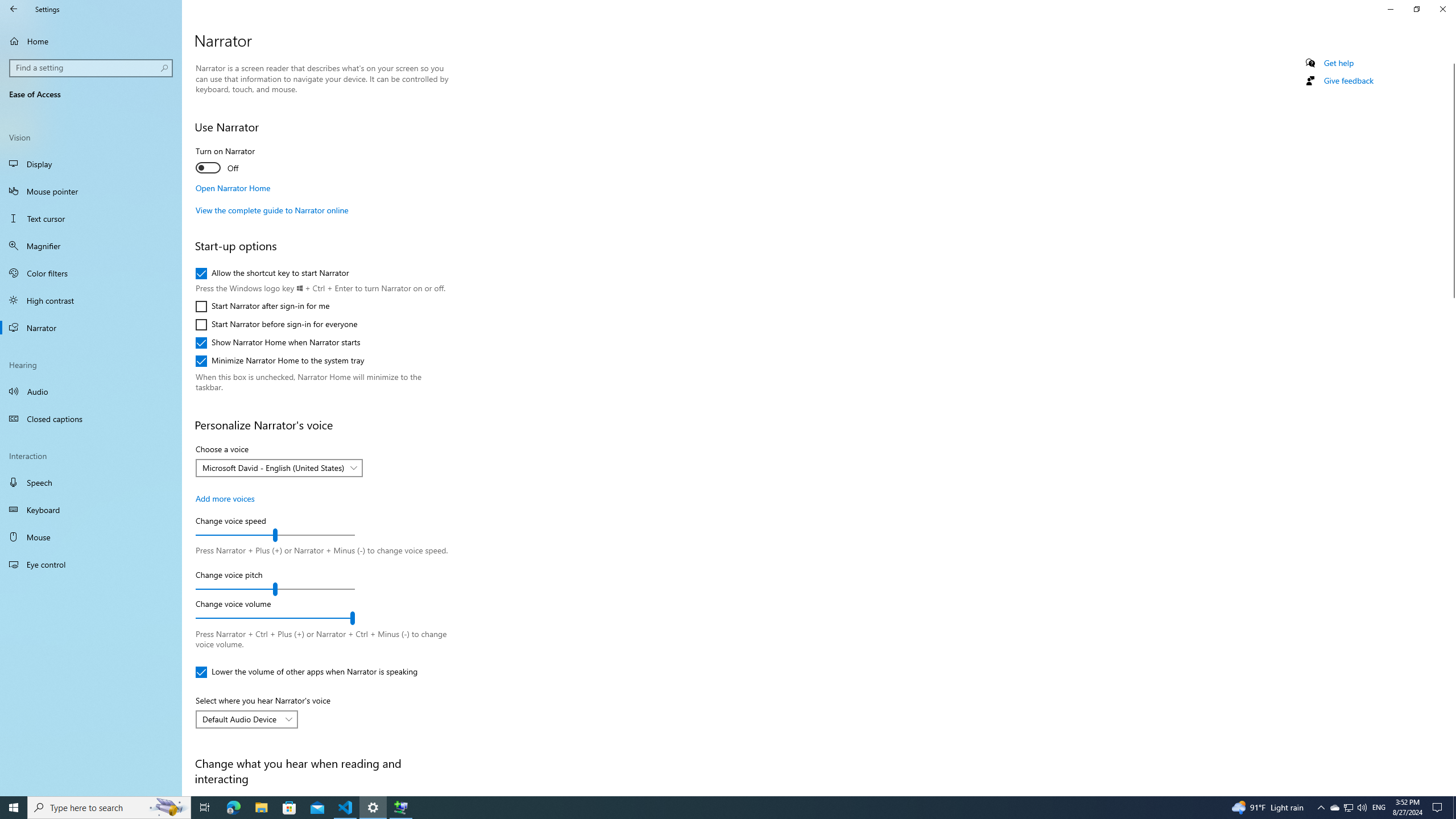  What do you see at coordinates (1451, 59) in the screenshot?
I see `'Vertical Small Decrease'` at bounding box center [1451, 59].